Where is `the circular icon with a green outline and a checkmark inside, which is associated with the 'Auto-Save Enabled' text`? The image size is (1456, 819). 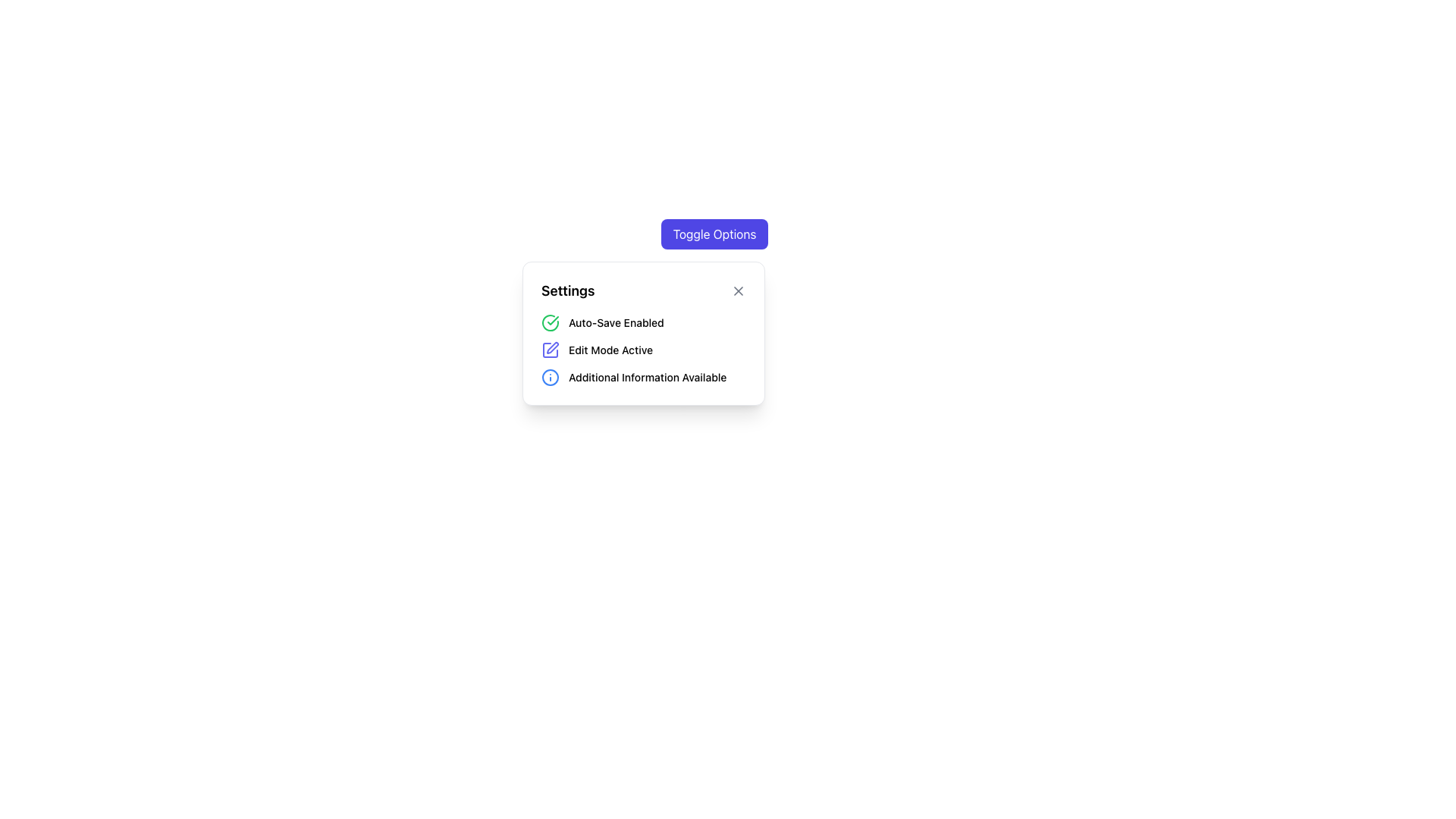 the circular icon with a green outline and a checkmark inside, which is associated with the 'Auto-Save Enabled' text is located at coordinates (549, 322).